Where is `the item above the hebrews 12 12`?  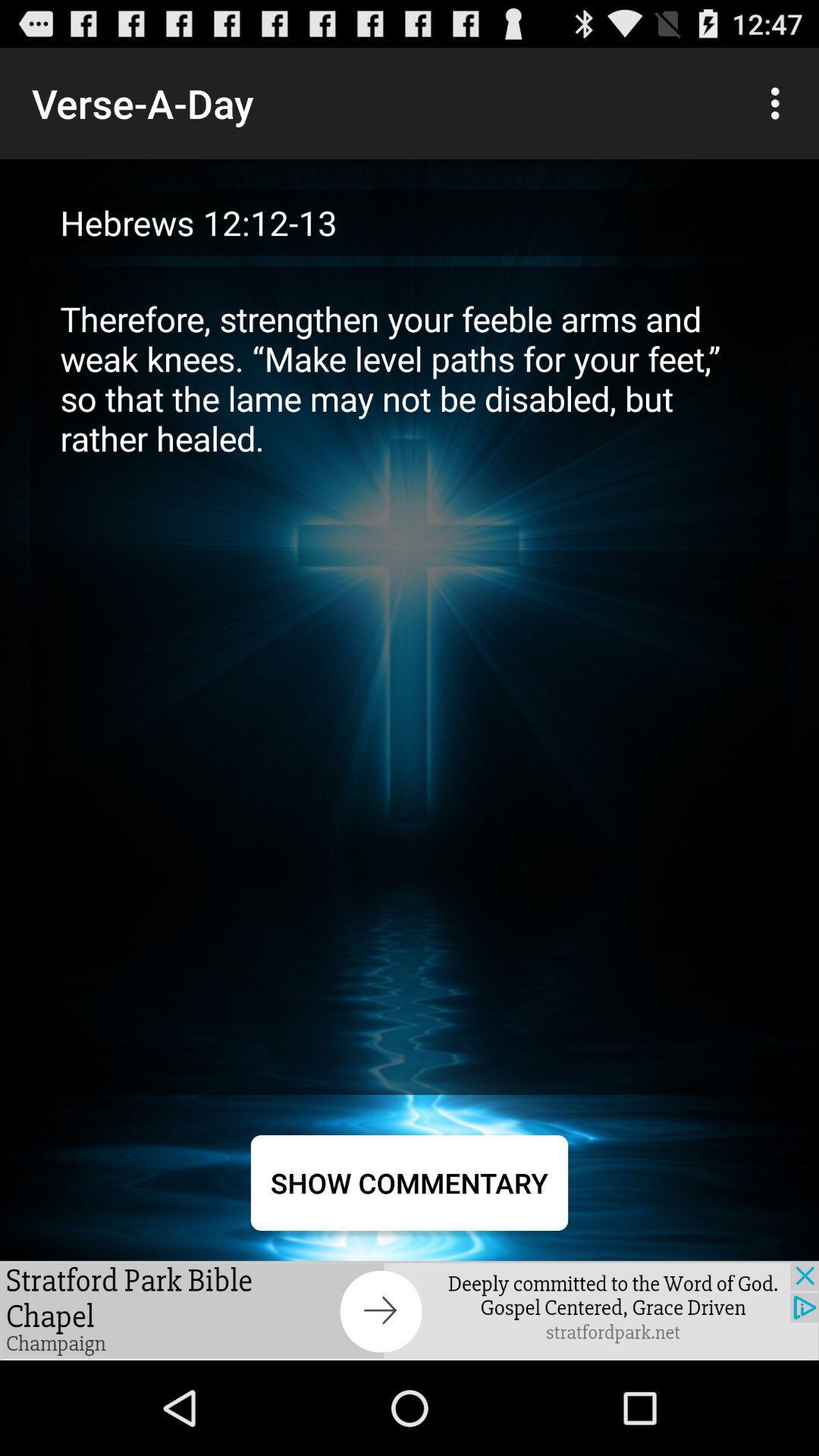
the item above the hebrews 12 12 is located at coordinates (779, 102).